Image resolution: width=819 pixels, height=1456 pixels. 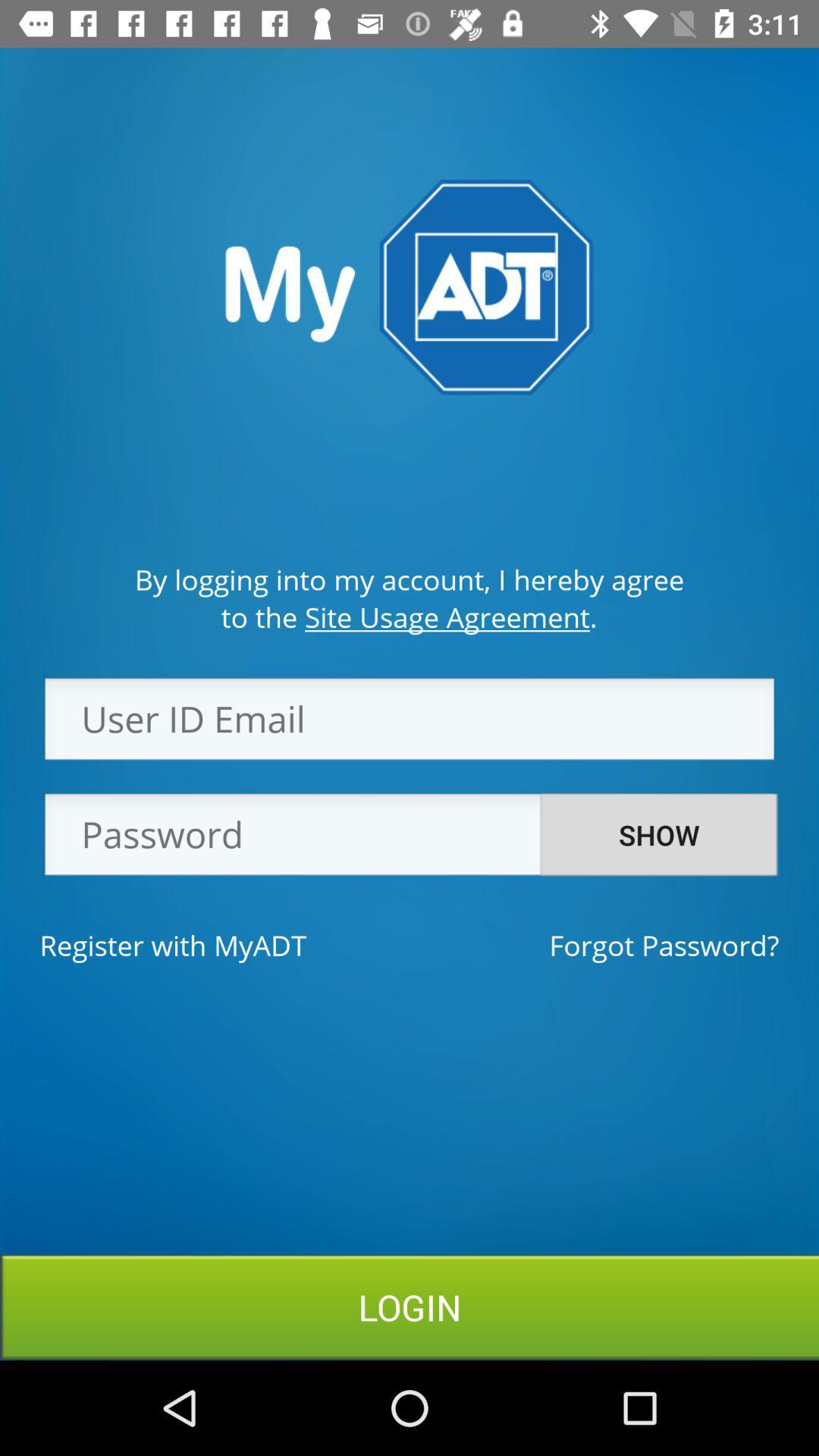 What do you see at coordinates (409, 1306) in the screenshot?
I see `login item` at bounding box center [409, 1306].